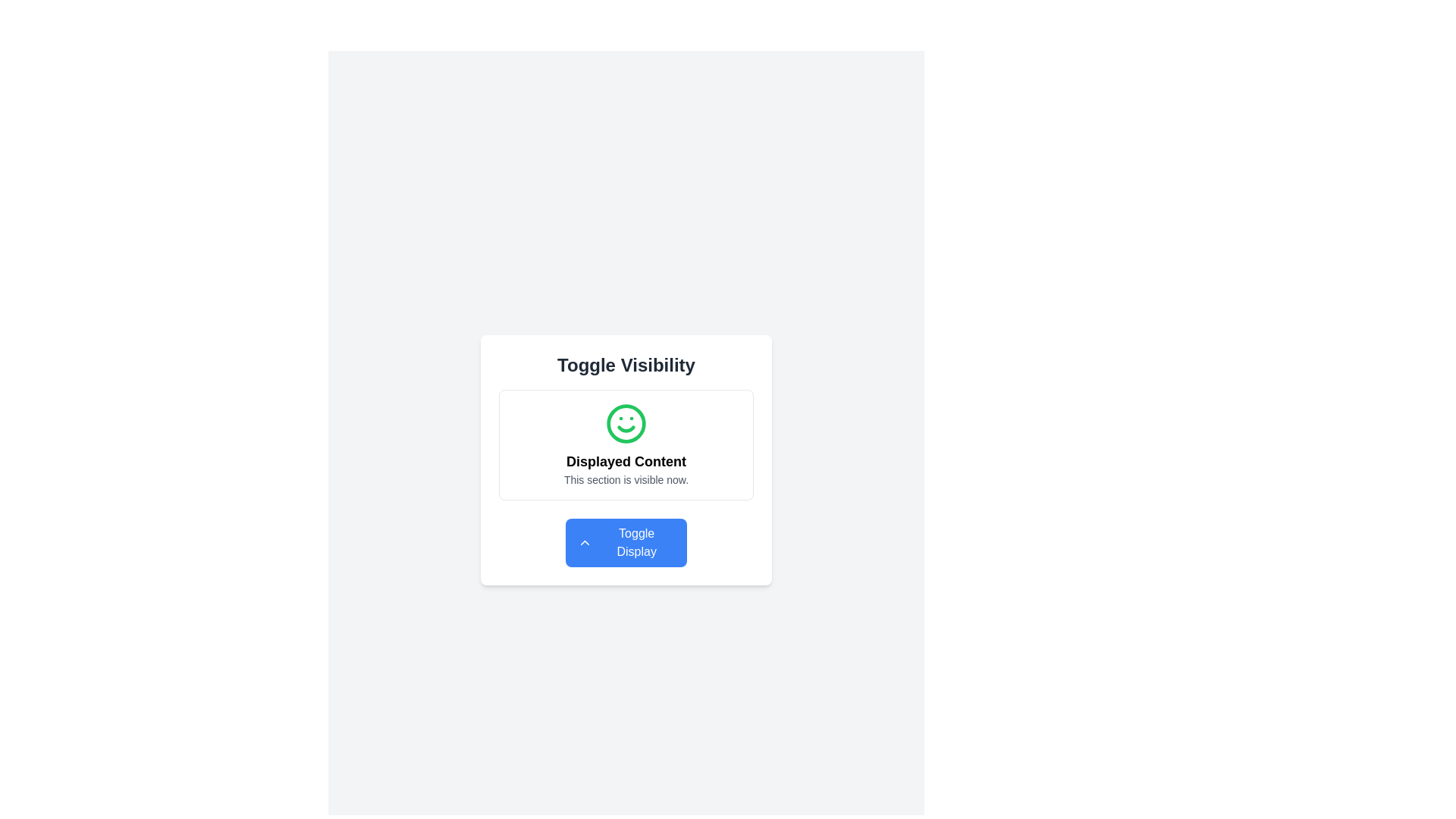 This screenshot has width=1456, height=819. Describe the element at coordinates (626, 461) in the screenshot. I see `the text label displaying 'Displayed Content', which is styled in bold and larger font, positioned above a smaller text and below a green smiley icon` at that location.